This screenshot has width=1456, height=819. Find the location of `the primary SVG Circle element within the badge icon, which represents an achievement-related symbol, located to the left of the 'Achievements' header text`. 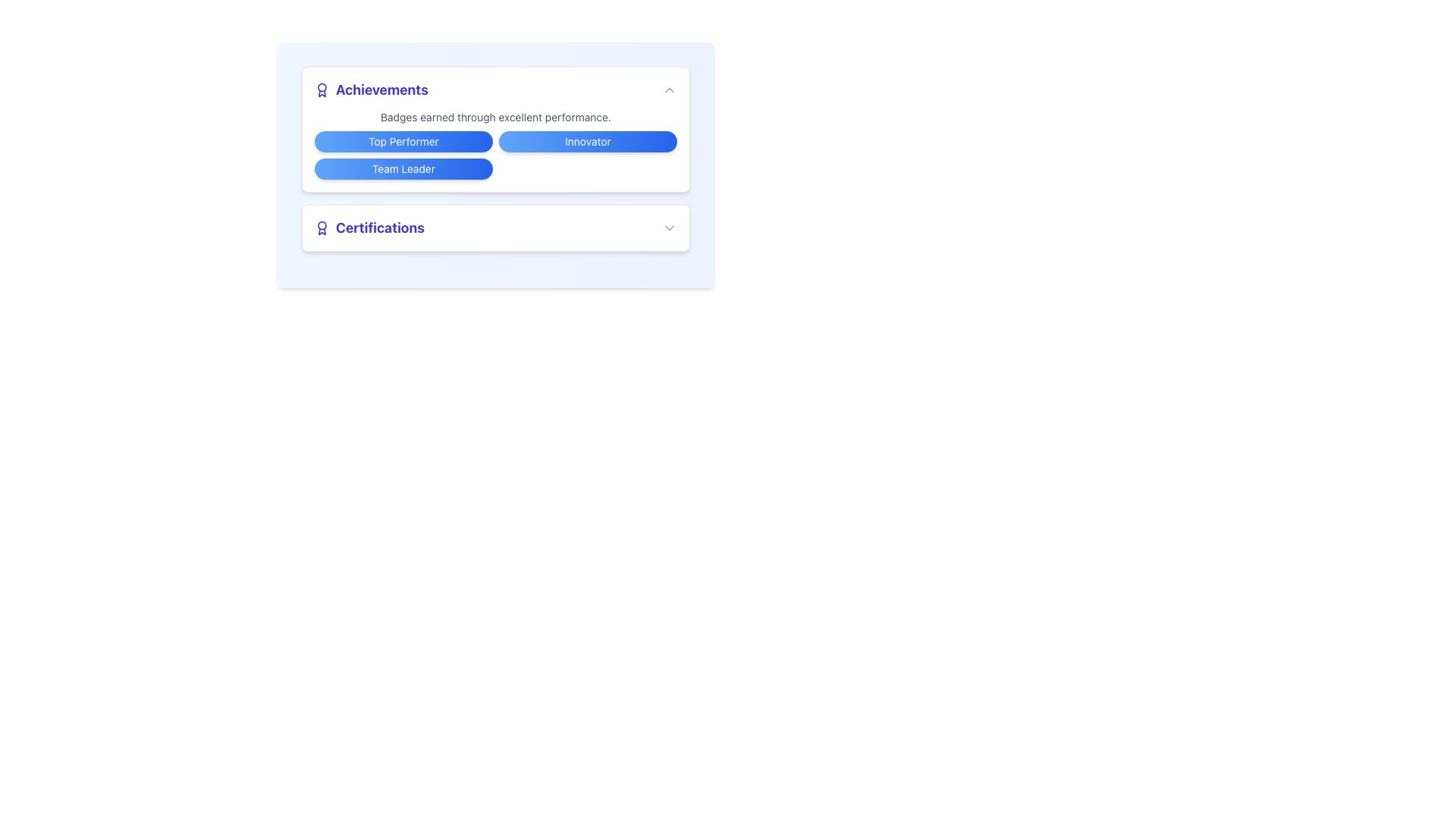

the primary SVG Circle element within the badge icon, which represents an achievement-related symbol, located to the left of the 'Achievements' header text is located at coordinates (322, 87).